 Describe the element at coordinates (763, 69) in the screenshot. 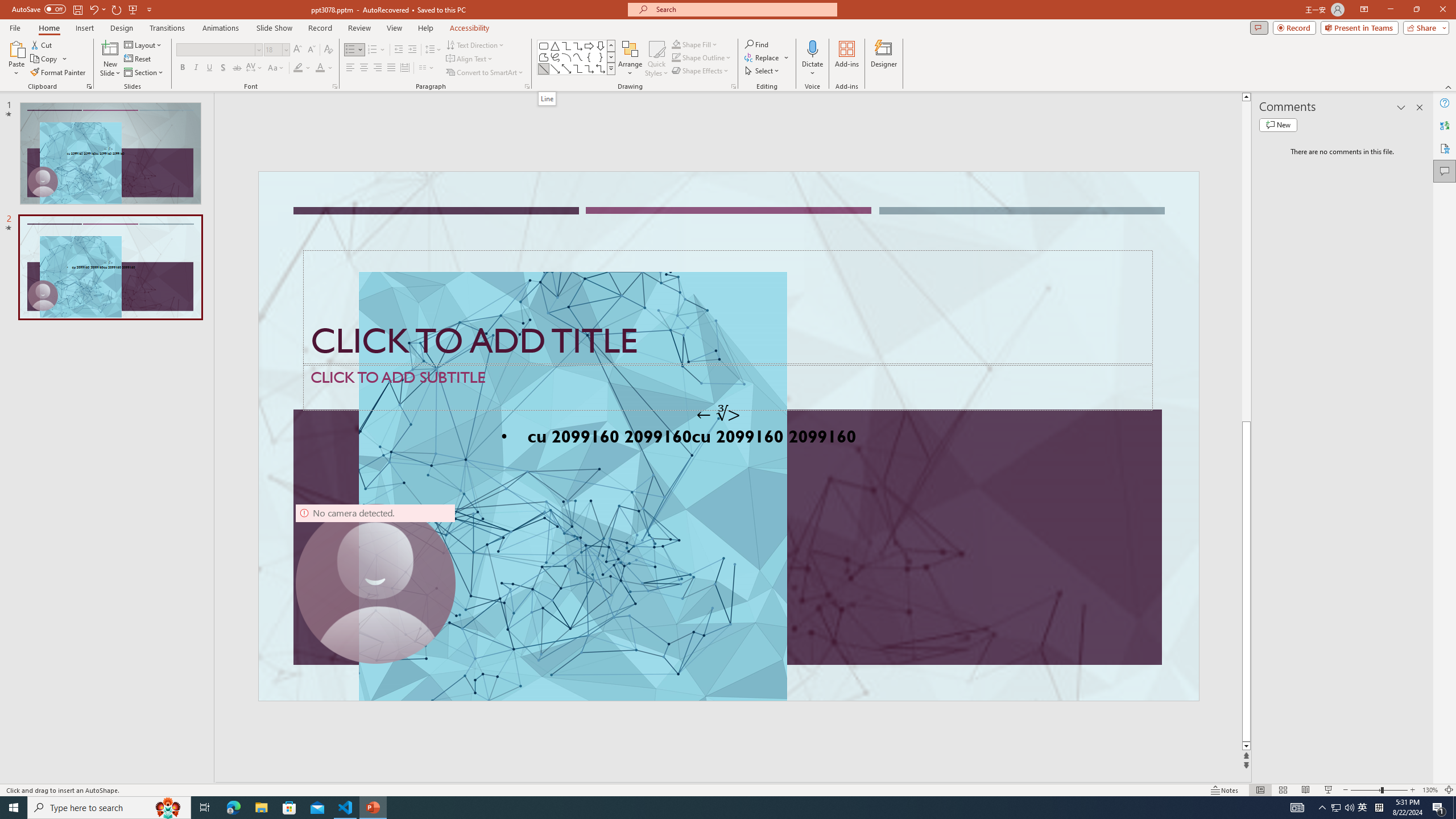

I see `'Select'` at that location.